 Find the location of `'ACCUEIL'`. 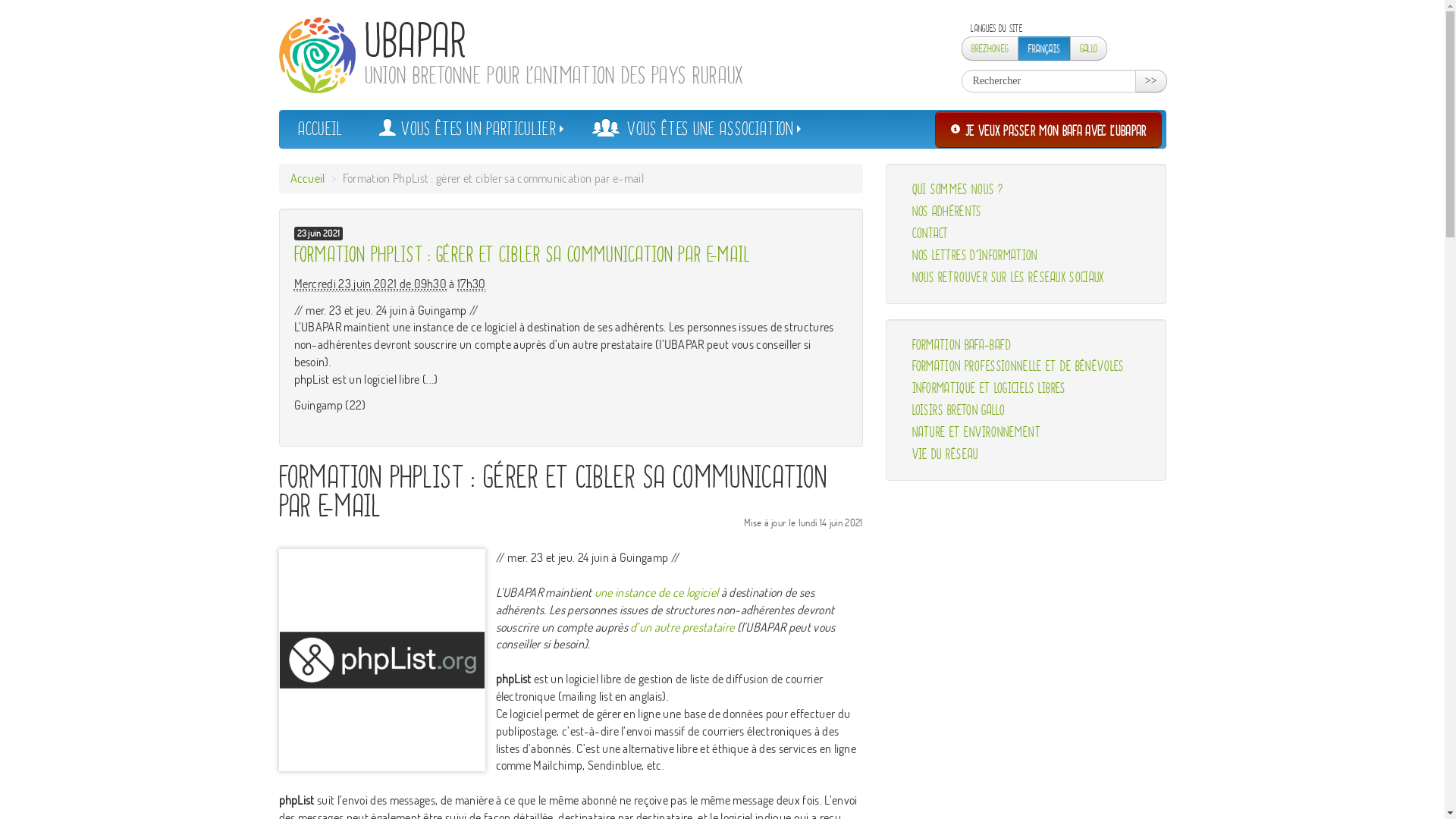

'ACCUEIL' is located at coordinates (318, 127).